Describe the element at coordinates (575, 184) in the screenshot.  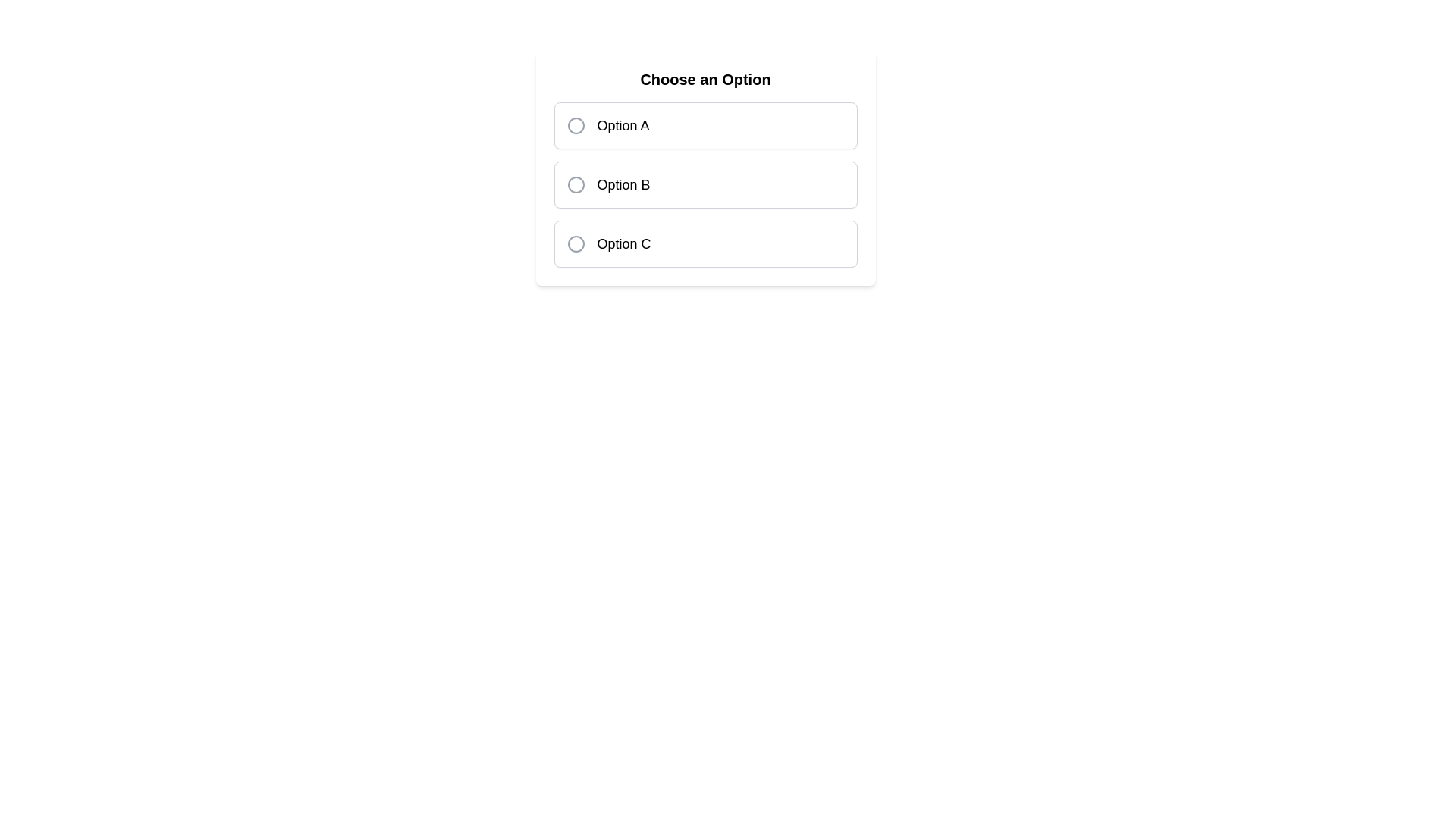
I see `the radio button for 'Option B'` at that location.